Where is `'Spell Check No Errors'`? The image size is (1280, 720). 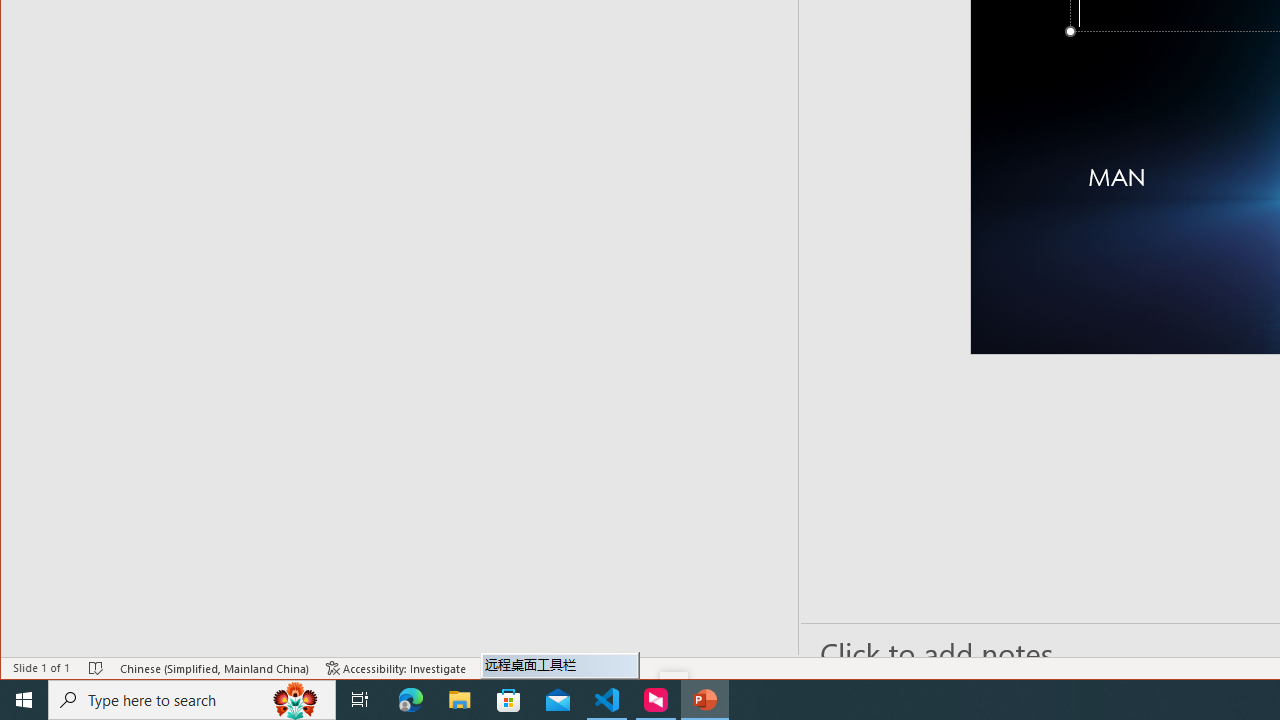
'Spell Check No Errors' is located at coordinates (95, 668).